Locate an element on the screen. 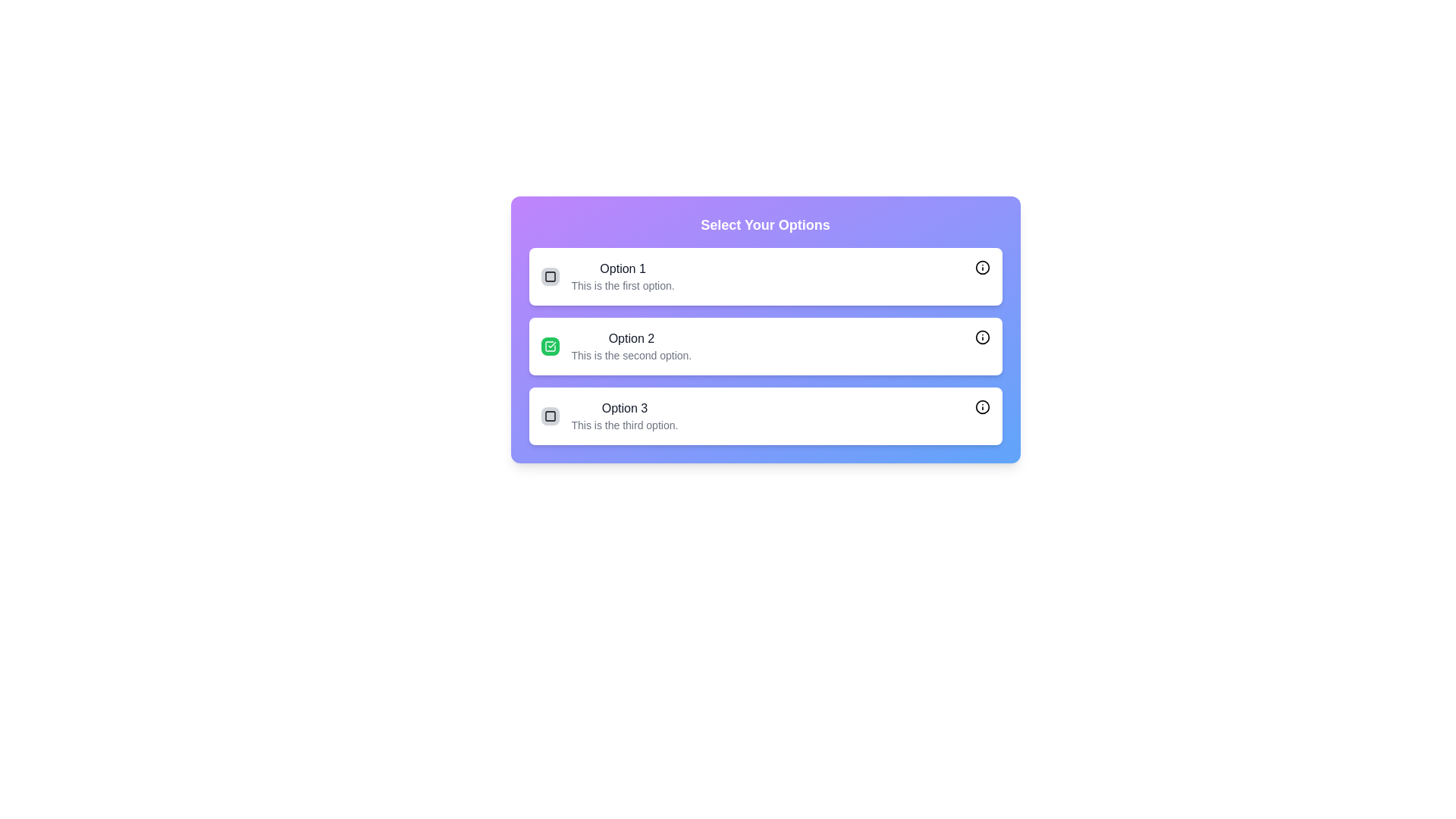 Image resolution: width=1456 pixels, height=819 pixels. the text block in the last row of the list under 'Select Your Options' is located at coordinates (624, 416).